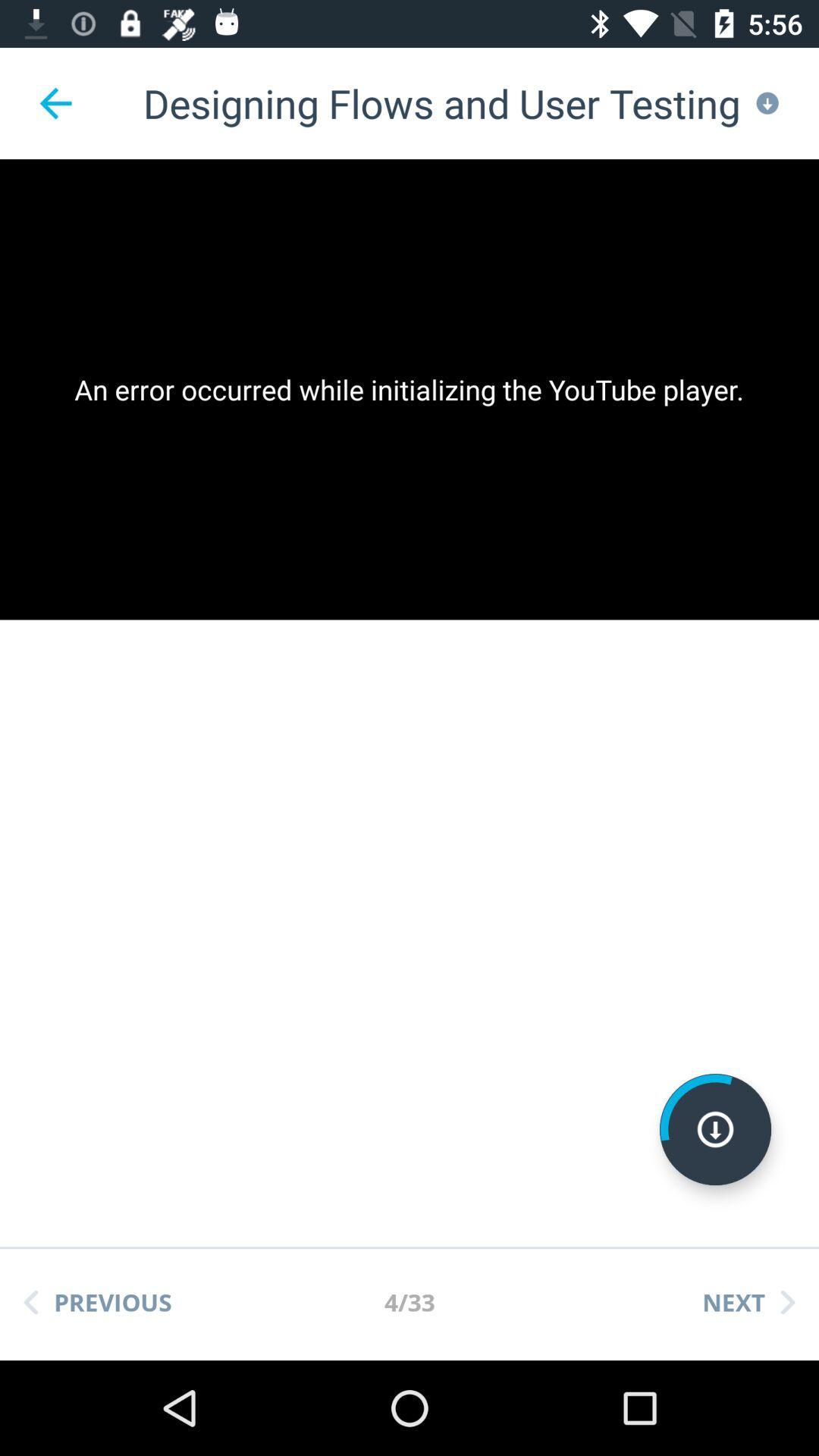 The width and height of the screenshot is (819, 1456). Describe the element at coordinates (55, 102) in the screenshot. I see `item to the left of designing flows and` at that location.